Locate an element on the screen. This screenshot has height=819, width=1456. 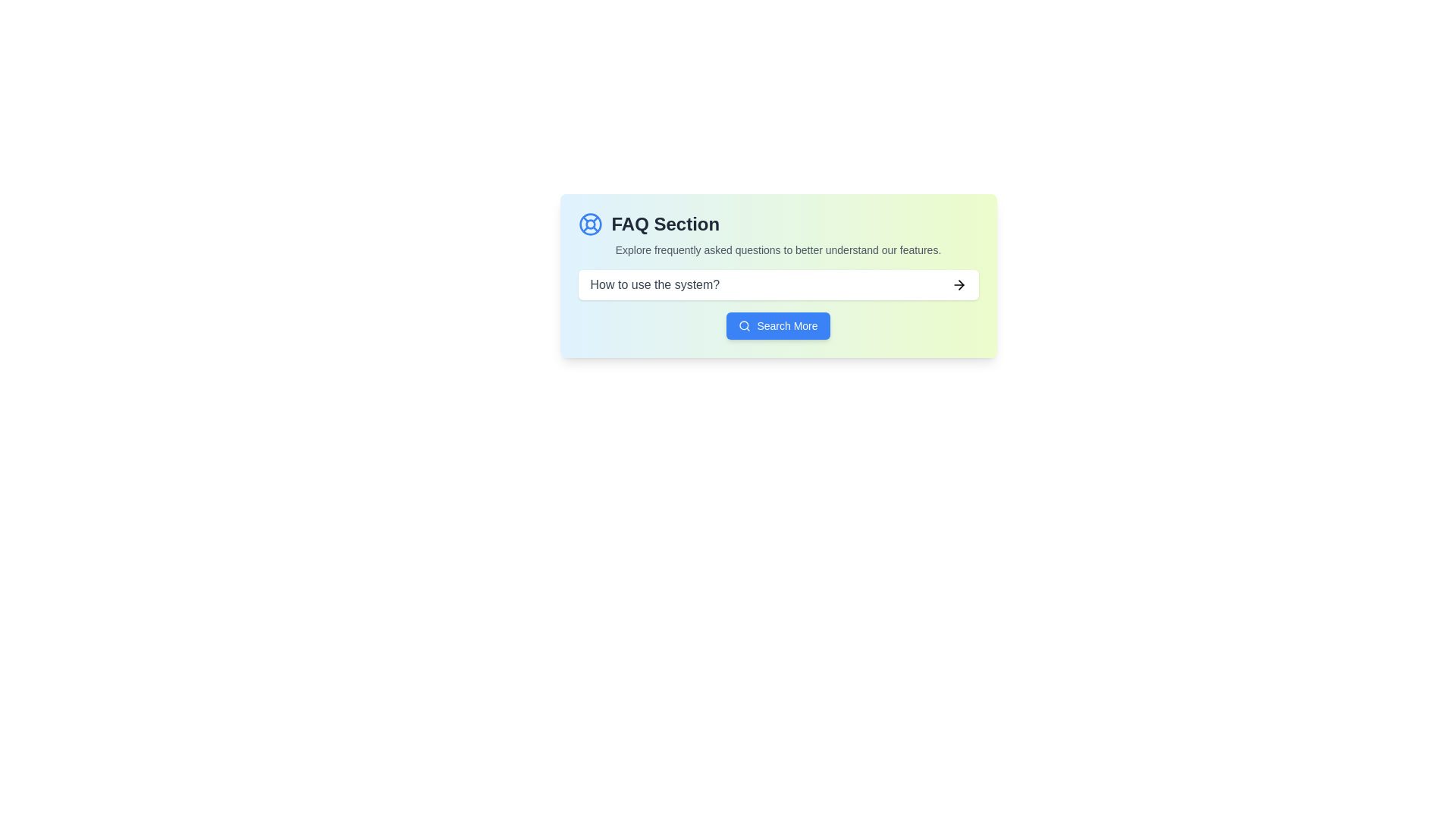
the interactive menu item labeled 'How to use the system?' which features a right-facing arrow is located at coordinates (778, 284).